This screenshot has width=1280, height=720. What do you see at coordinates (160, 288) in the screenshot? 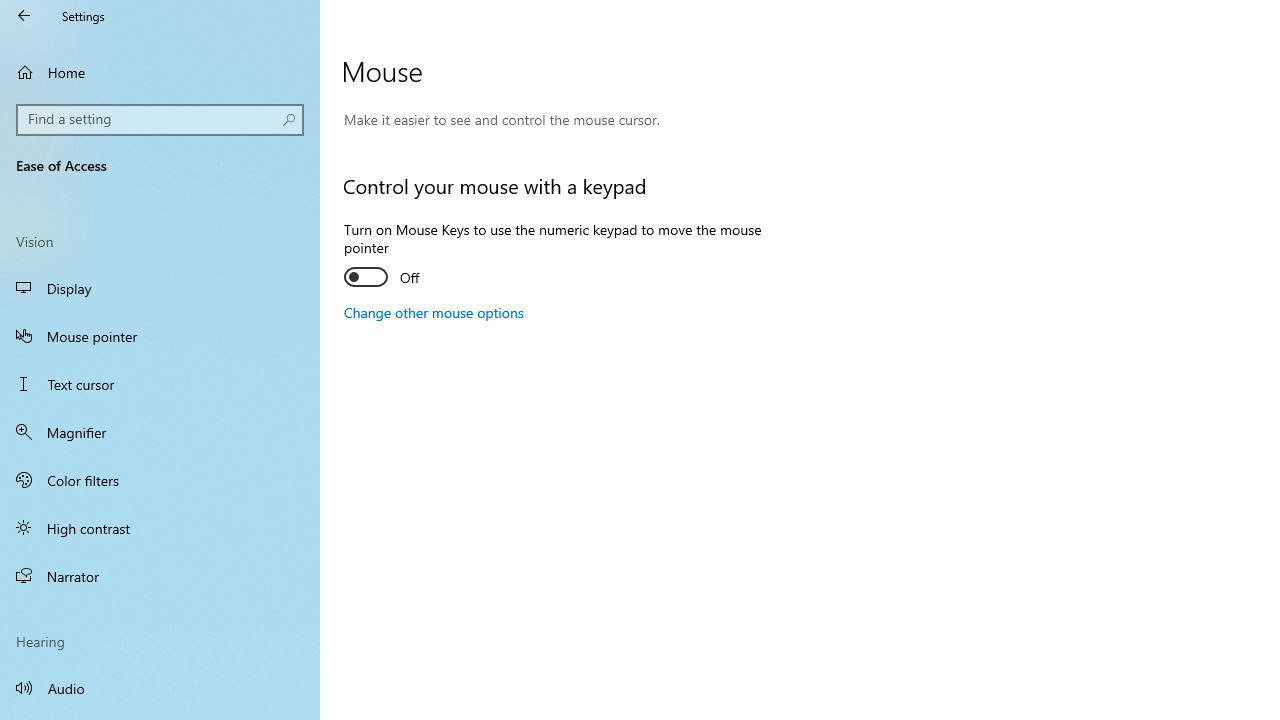
I see `'Display'` at bounding box center [160, 288].